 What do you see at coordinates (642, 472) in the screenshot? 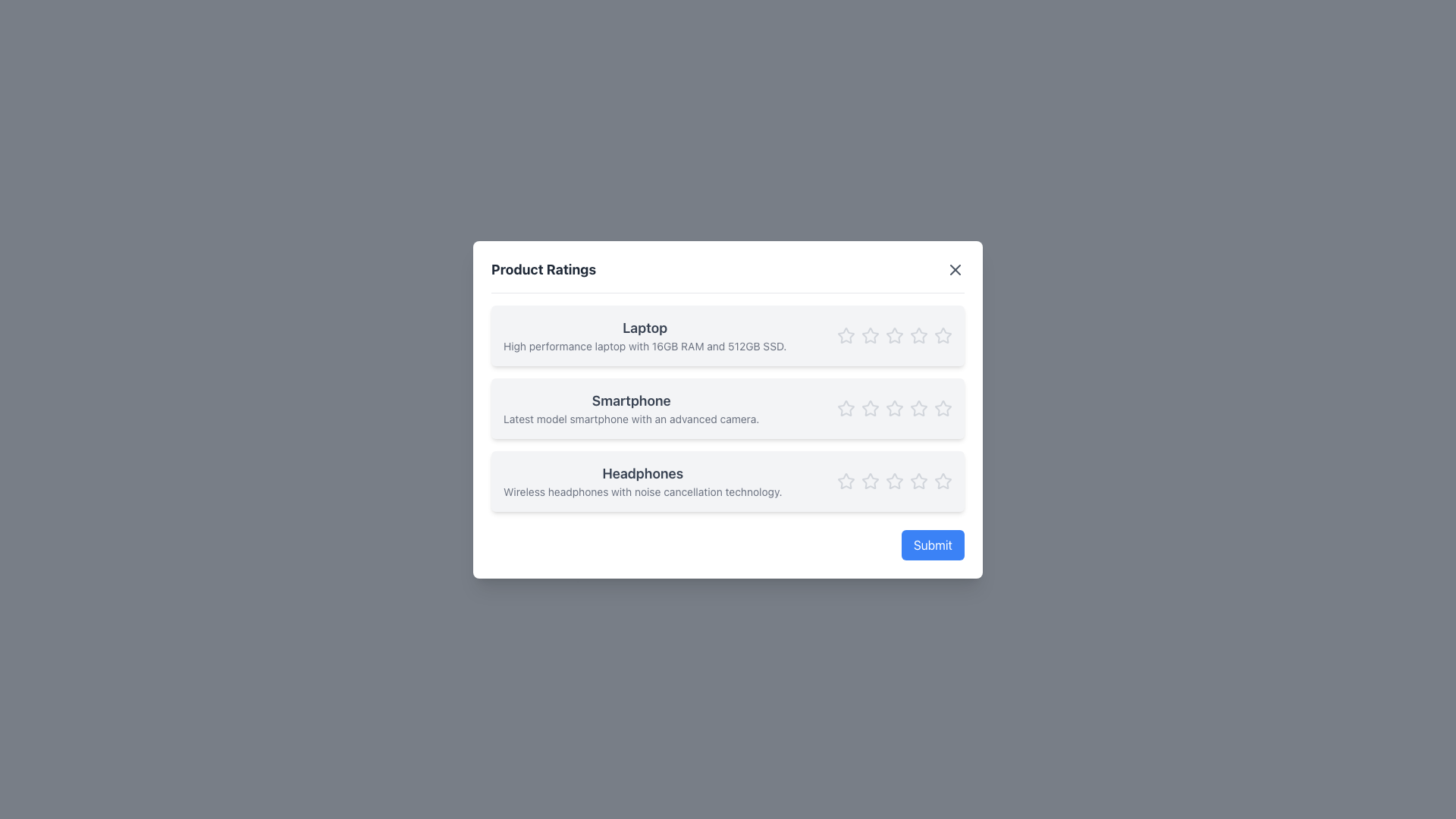
I see `the 'Headphones' text label, which is the title of a list item in the 'Product Ratings' modal window, located on the left side and above the description text` at bounding box center [642, 472].